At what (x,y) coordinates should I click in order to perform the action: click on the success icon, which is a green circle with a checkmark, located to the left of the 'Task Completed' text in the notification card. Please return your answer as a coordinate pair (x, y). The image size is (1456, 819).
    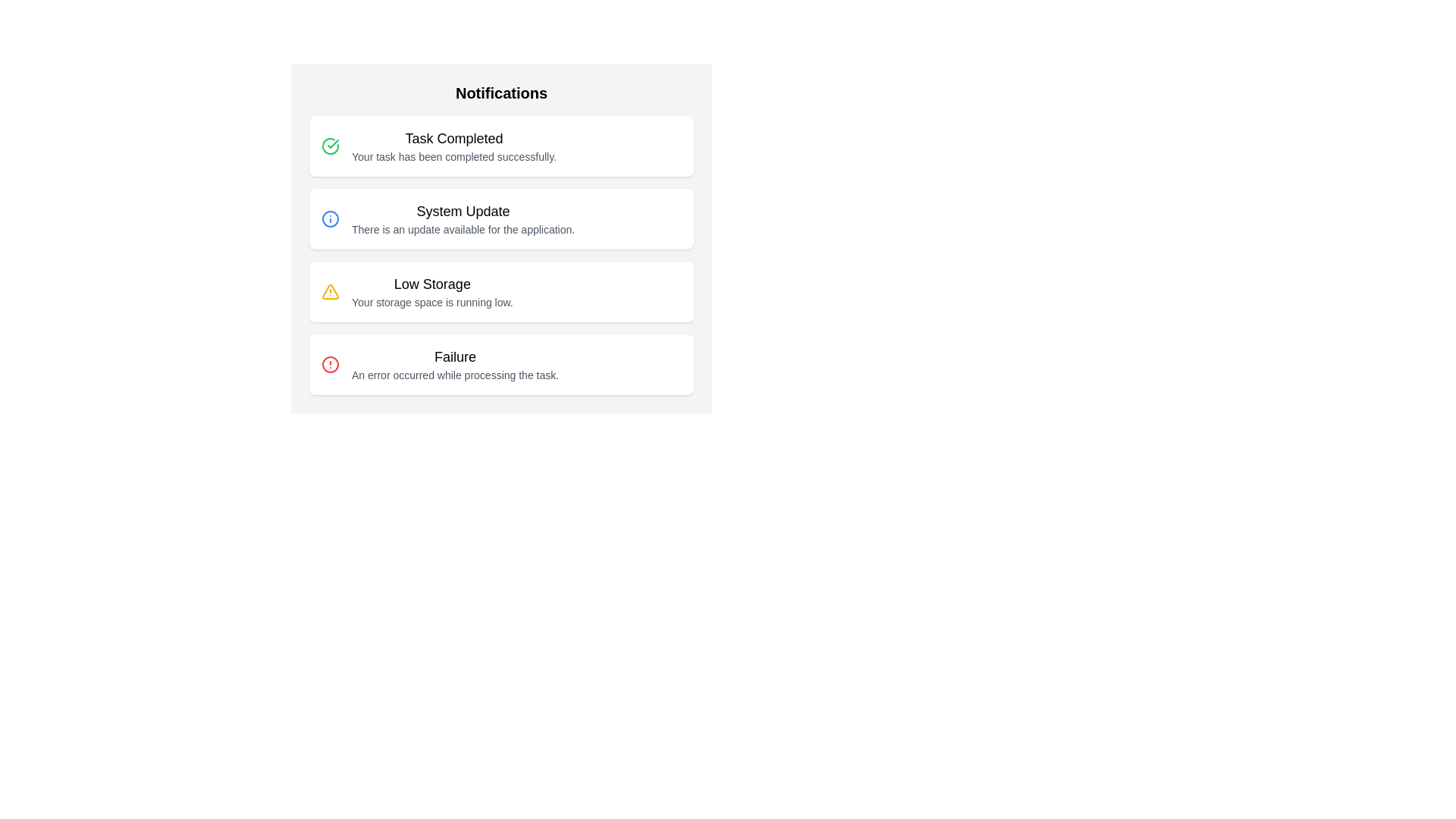
    Looking at the image, I should click on (330, 146).